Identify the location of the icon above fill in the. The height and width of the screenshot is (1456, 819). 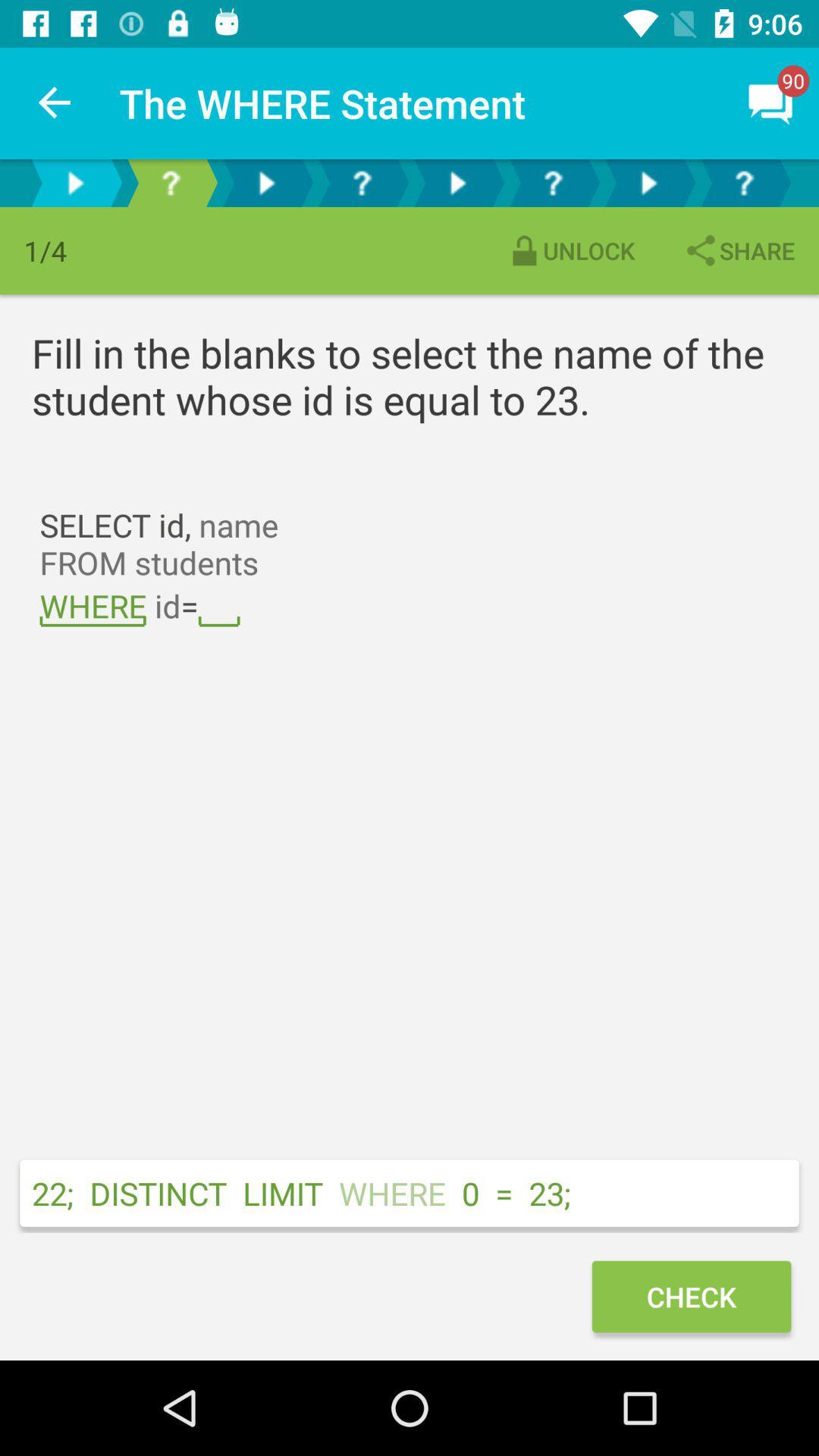
(570, 250).